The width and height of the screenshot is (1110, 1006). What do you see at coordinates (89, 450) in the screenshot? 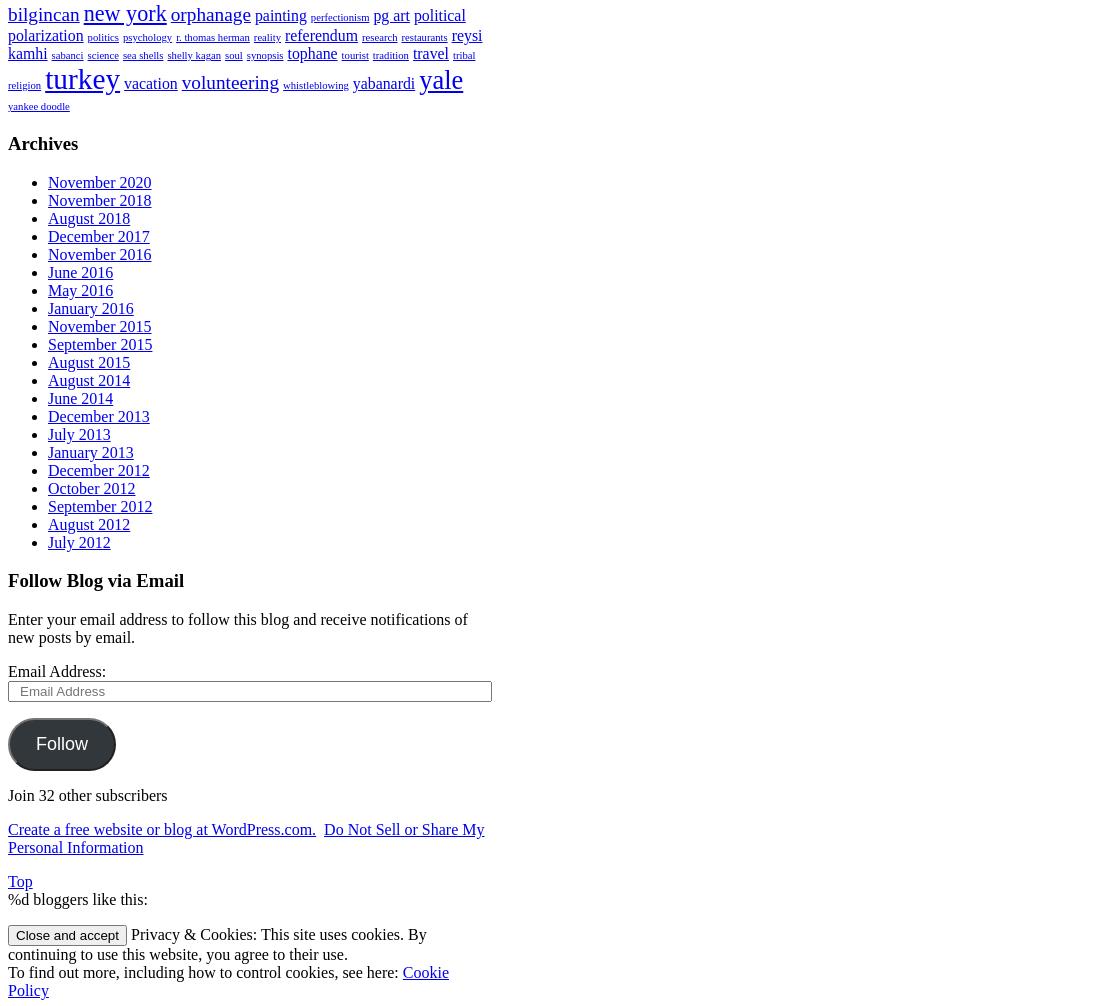
I see `'January 2013'` at bounding box center [89, 450].